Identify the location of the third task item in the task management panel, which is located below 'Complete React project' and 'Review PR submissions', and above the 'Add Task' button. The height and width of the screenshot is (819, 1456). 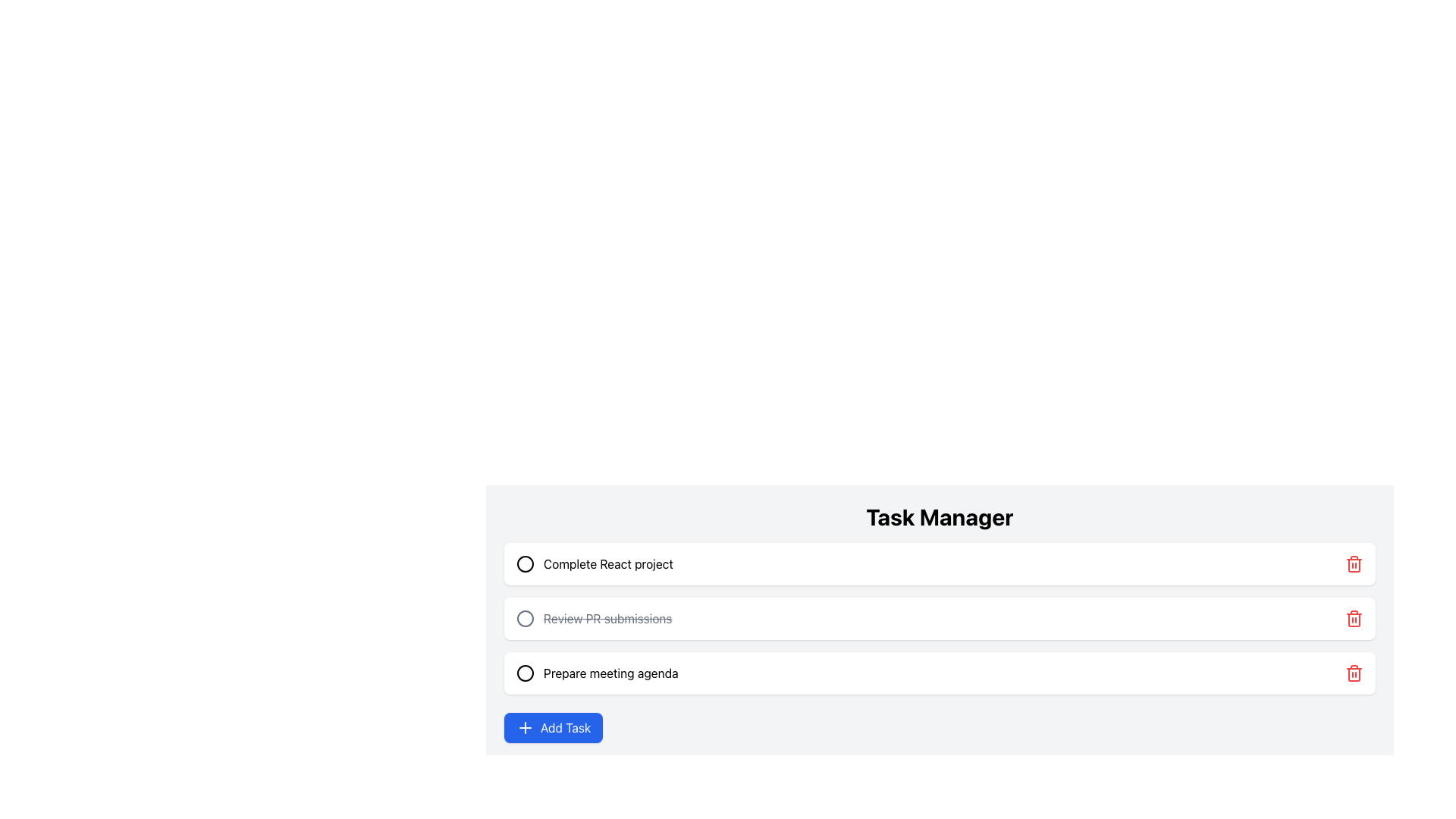
(610, 672).